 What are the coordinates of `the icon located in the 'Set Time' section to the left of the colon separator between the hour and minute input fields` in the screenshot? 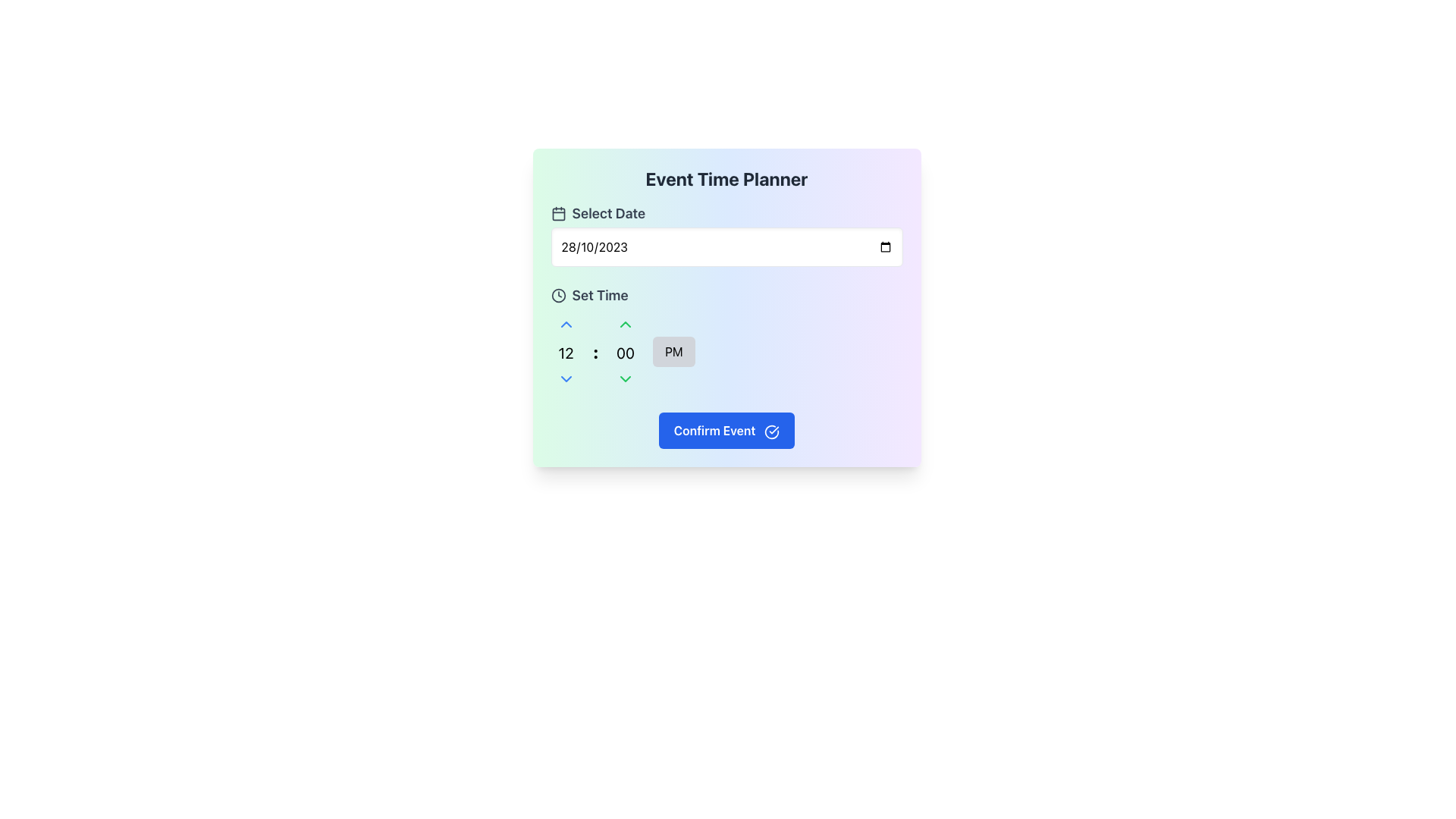 It's located at (565, 378).